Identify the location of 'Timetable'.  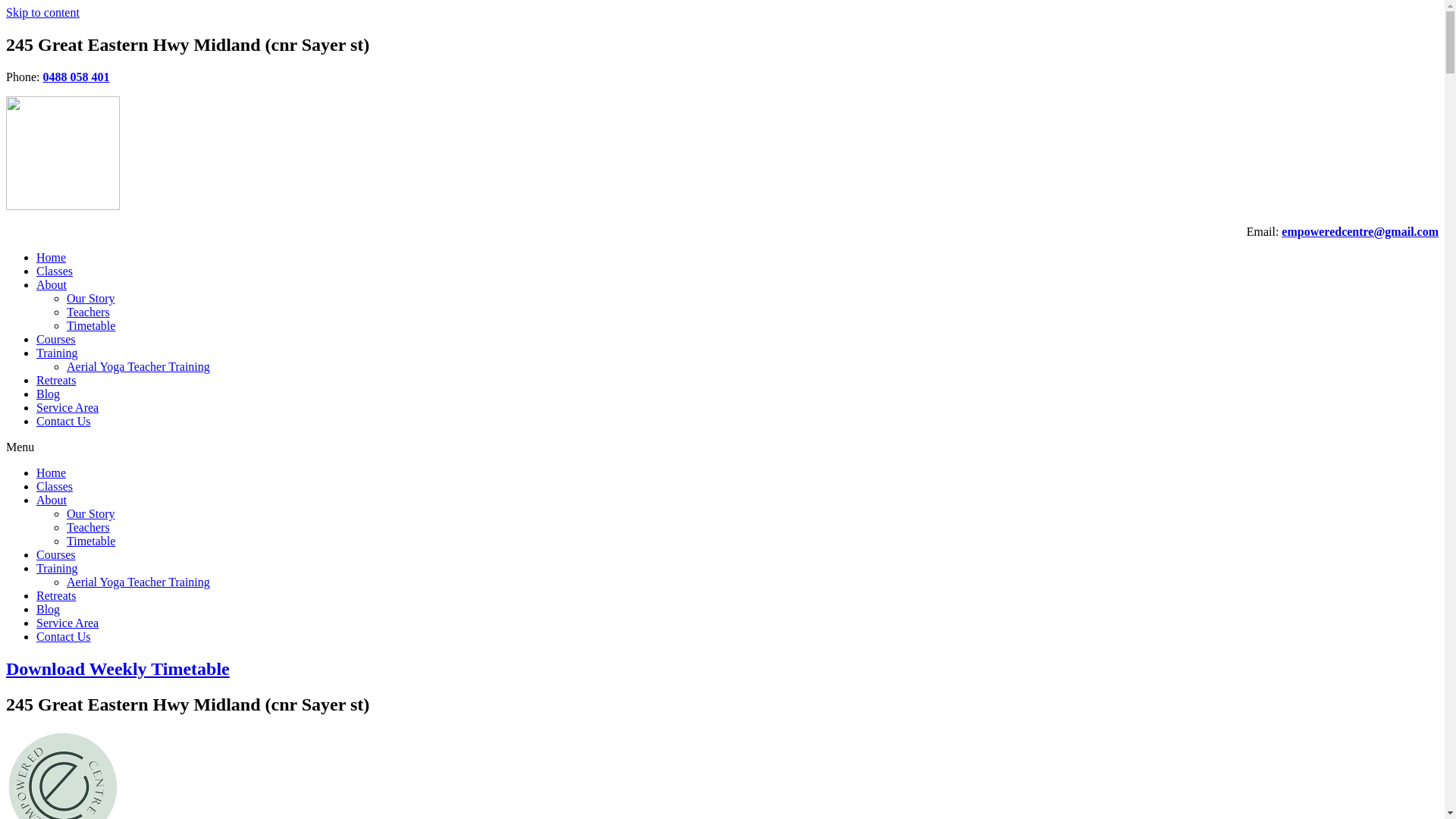
(90, 540).